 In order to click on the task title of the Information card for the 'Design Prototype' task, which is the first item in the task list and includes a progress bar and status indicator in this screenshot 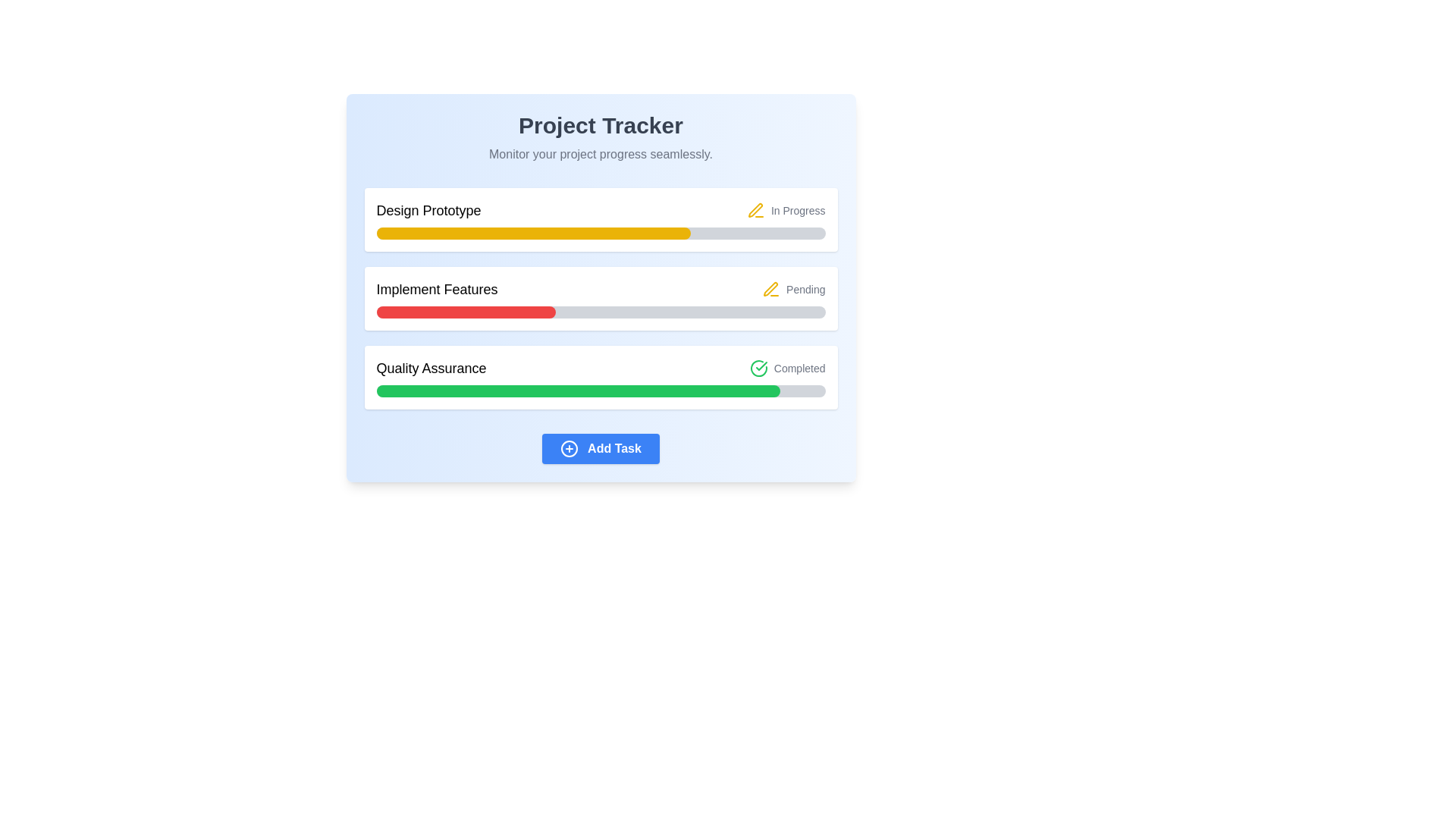, I will do `click(600, 219)`.